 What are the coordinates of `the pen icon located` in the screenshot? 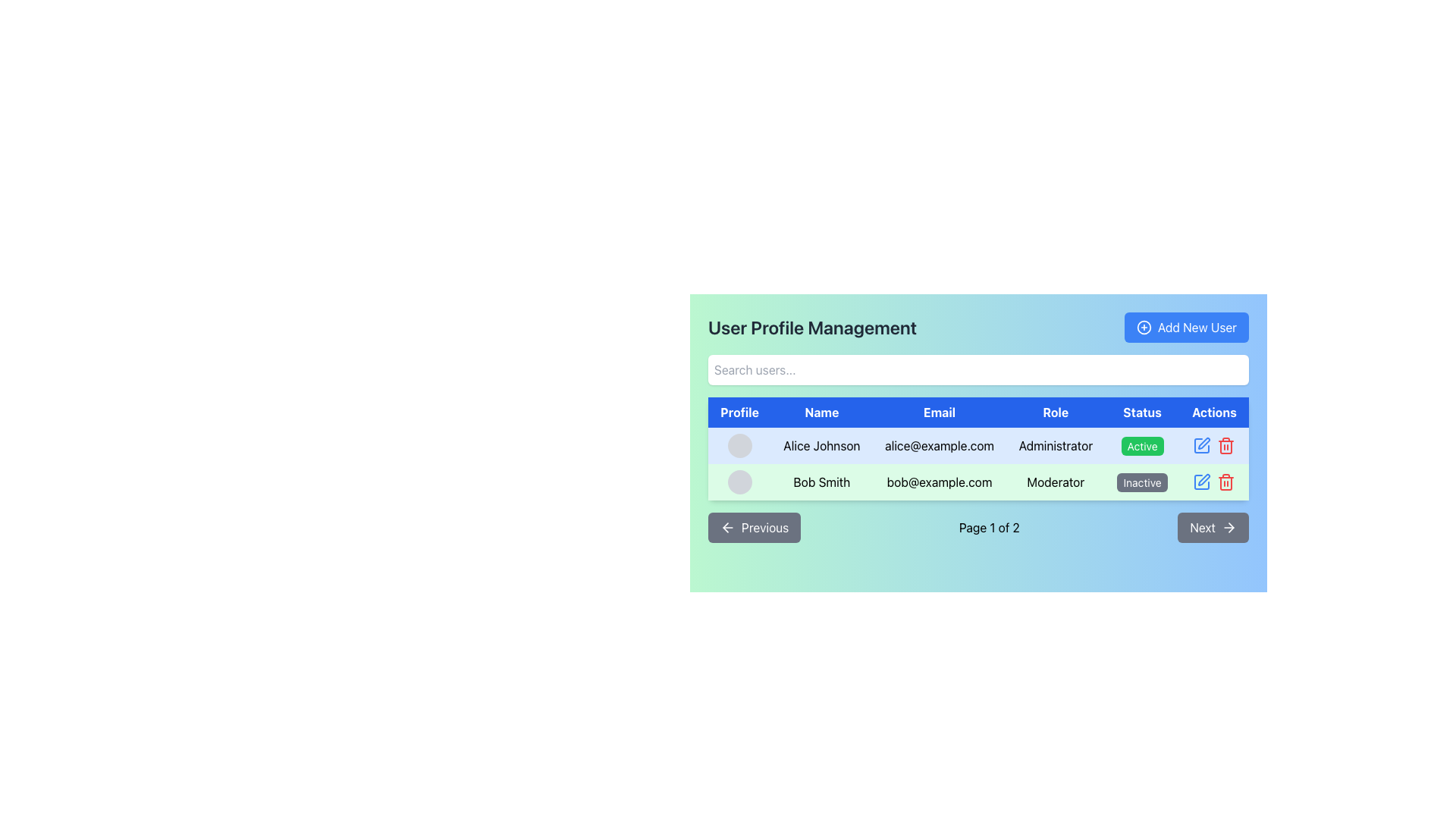 It's located at (1203, 444).